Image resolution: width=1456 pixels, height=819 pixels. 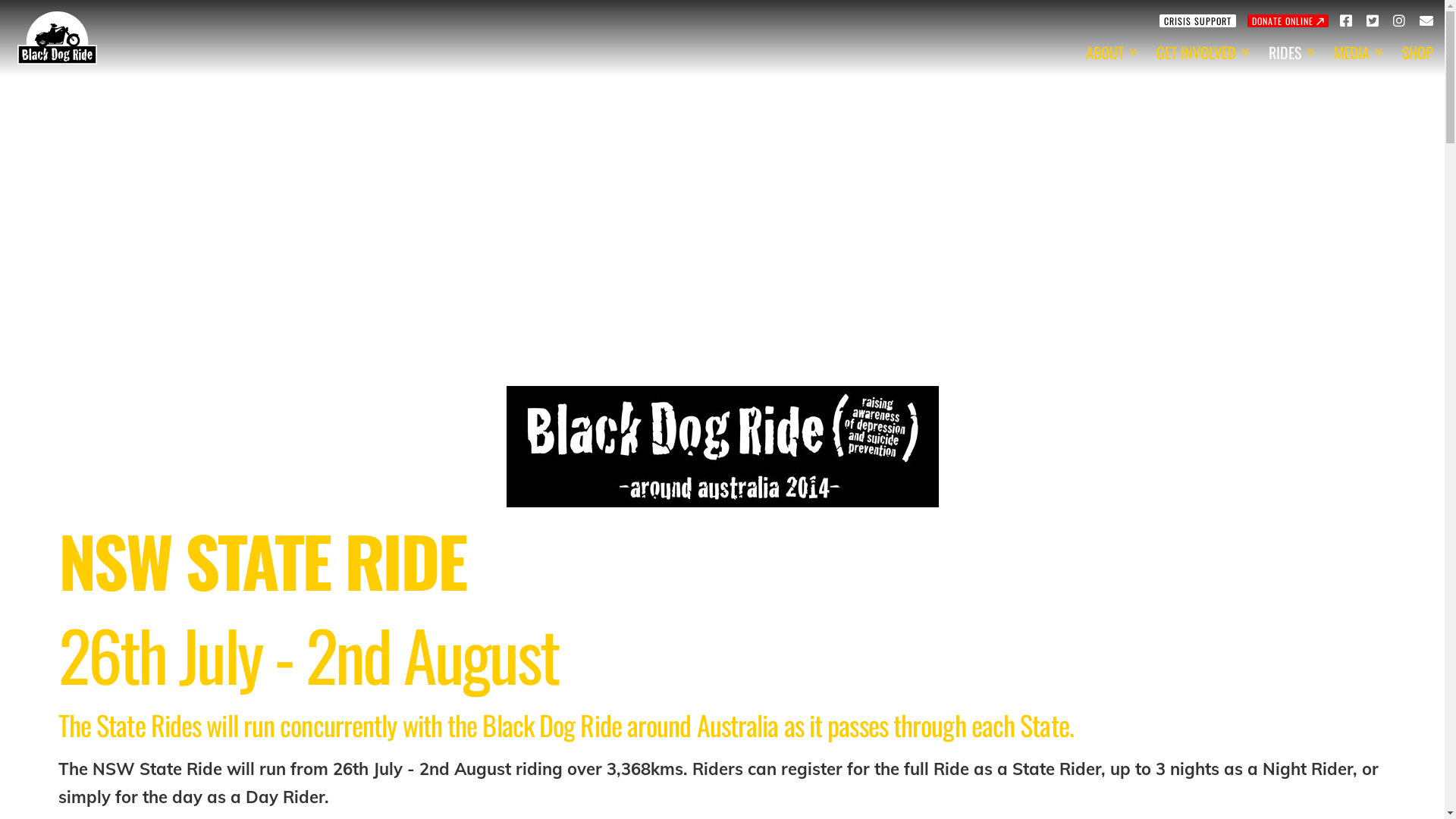 I want to click on 'GET INVOLVED', so click(x=1200, y=52).